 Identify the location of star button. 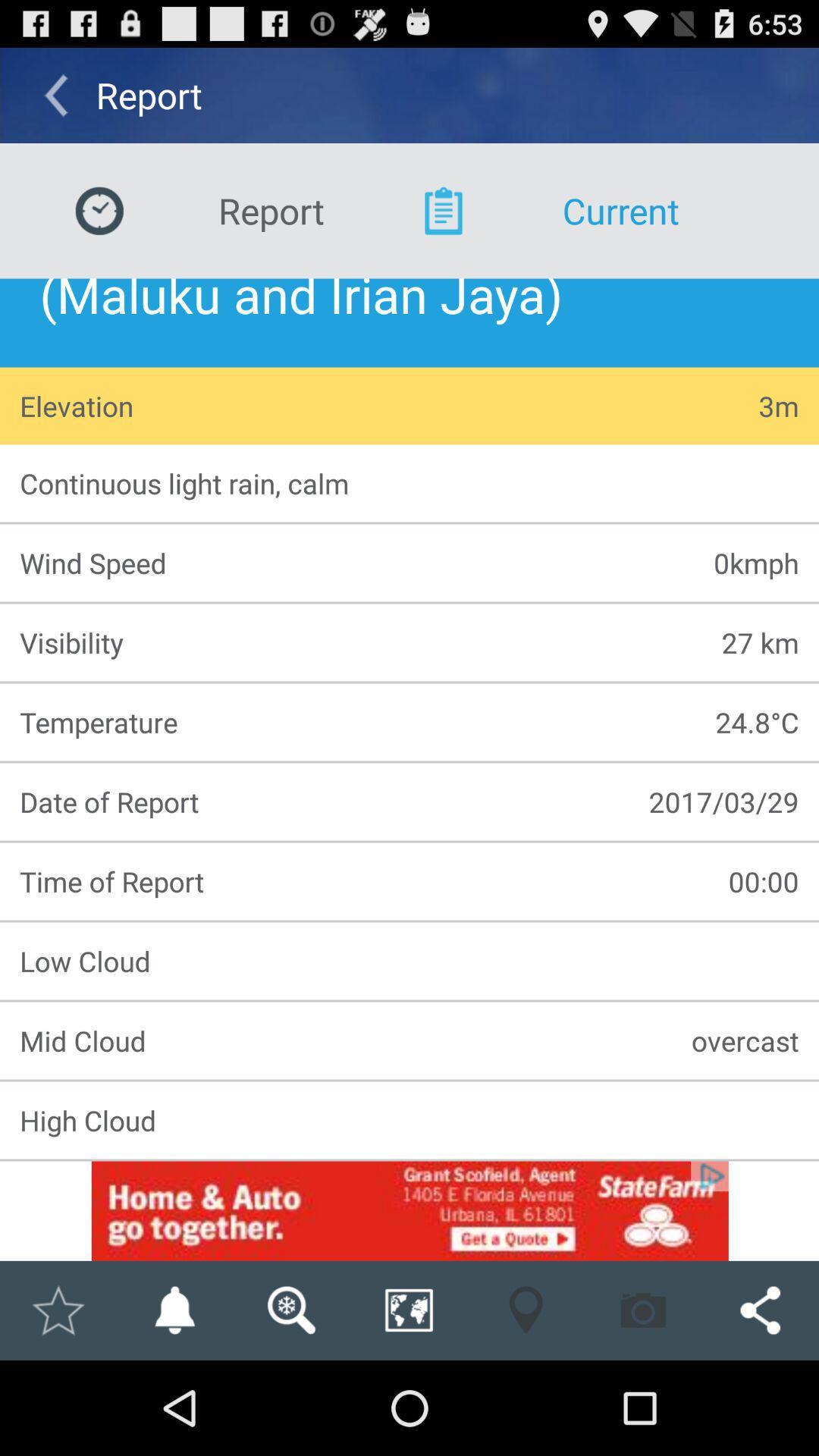
(57, 1310).